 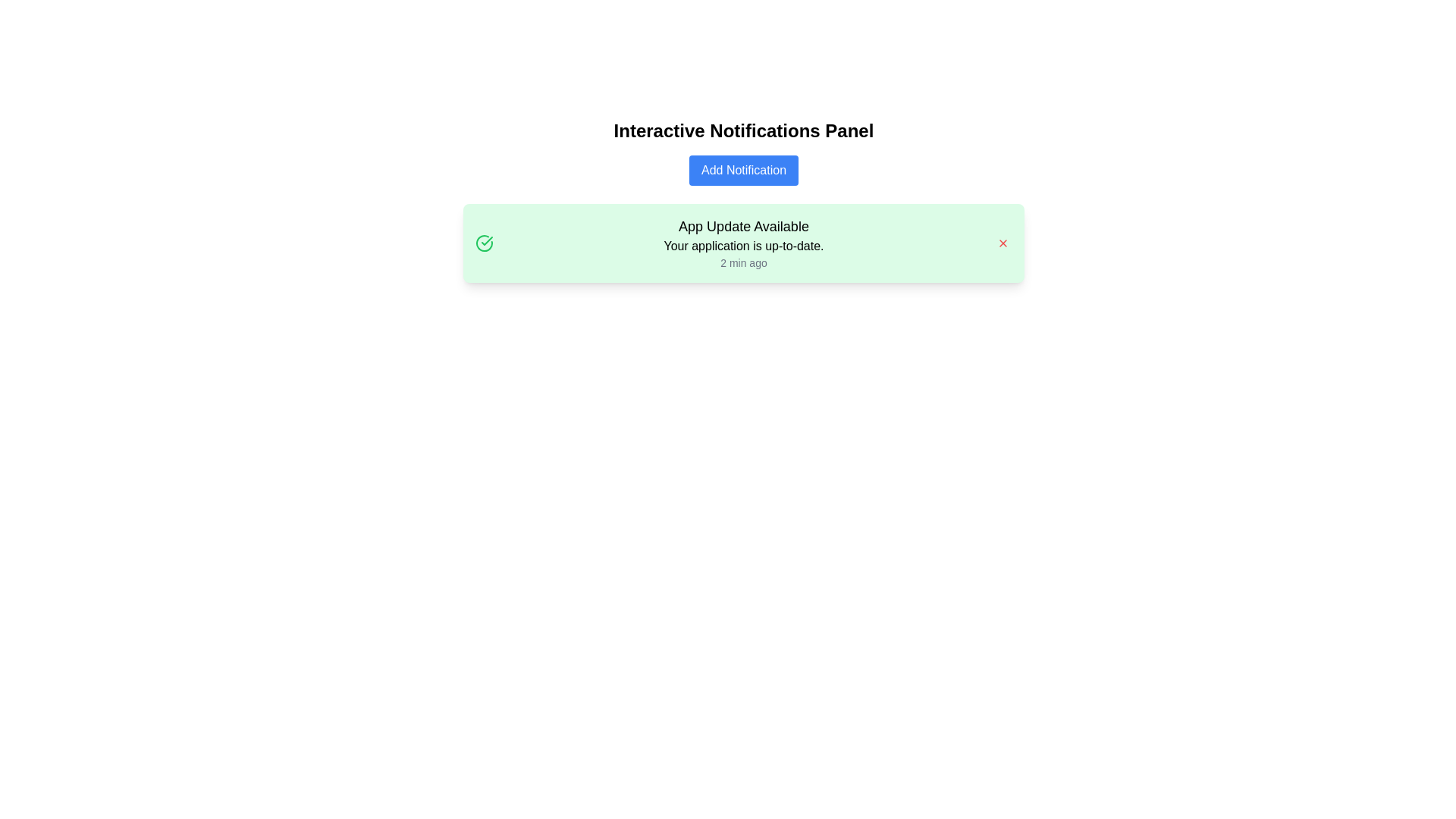 What do you see at coordinates (743, 170) in the screenshot?
I see `the 'Add Notification' button, which has a blue background and white text` at bounding box center [743, 170].